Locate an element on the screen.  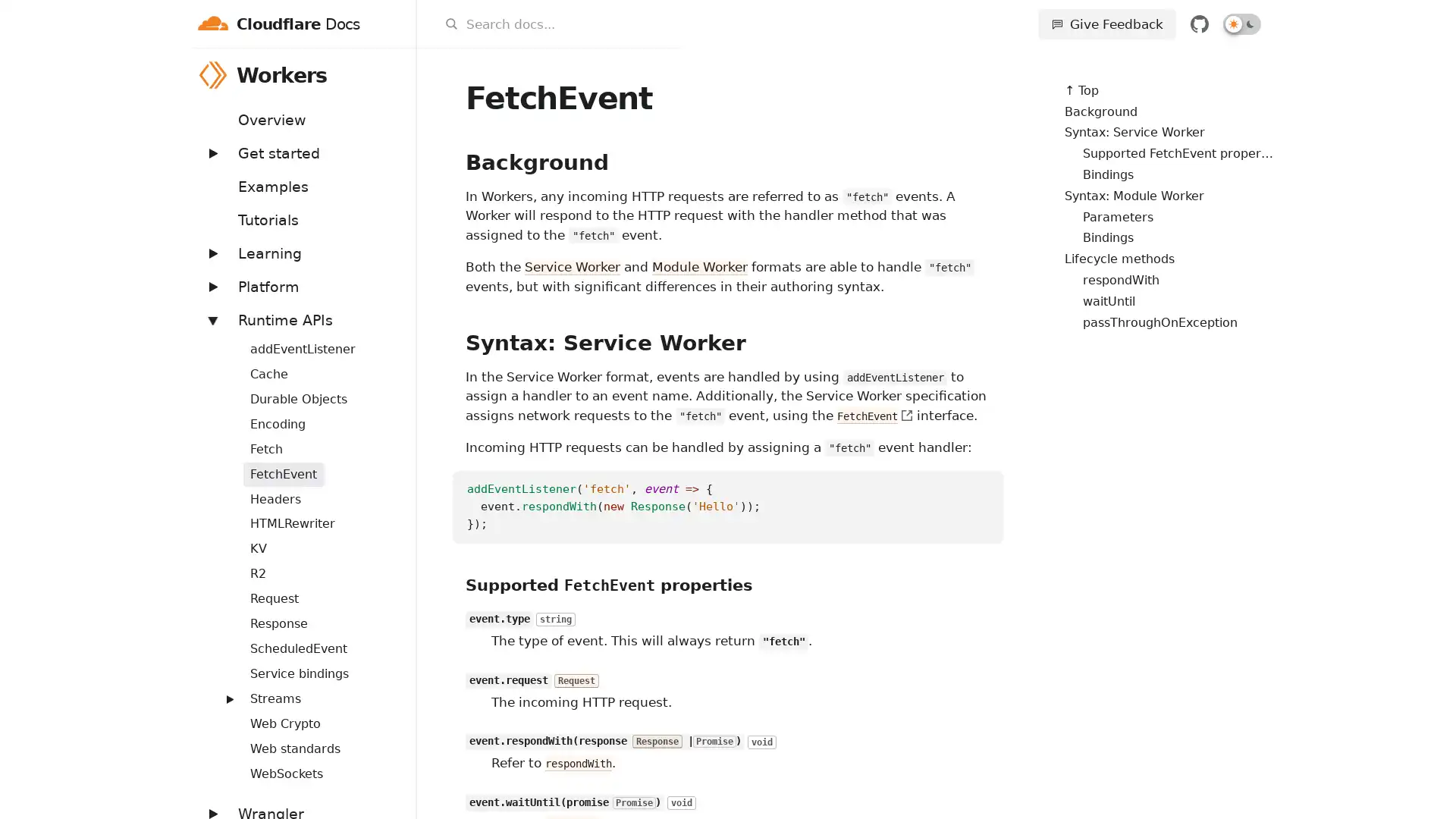
Expand: Streams is located at coordinates (228, 698).